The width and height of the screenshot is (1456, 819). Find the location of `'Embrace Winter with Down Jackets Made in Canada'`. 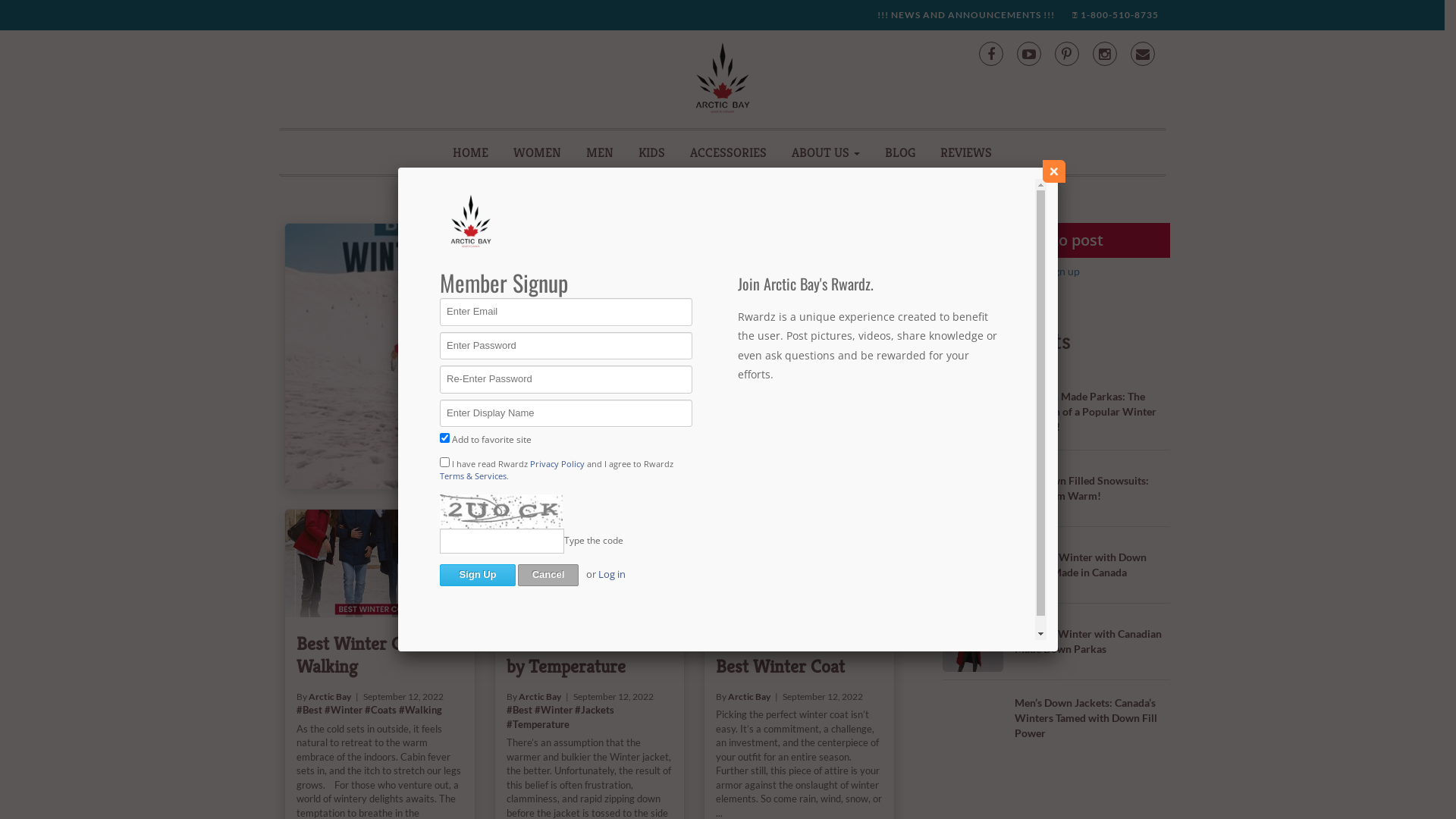

'Embrace Winter with Down Jackets Made in Canada' is located at coordinates (1080, 564).